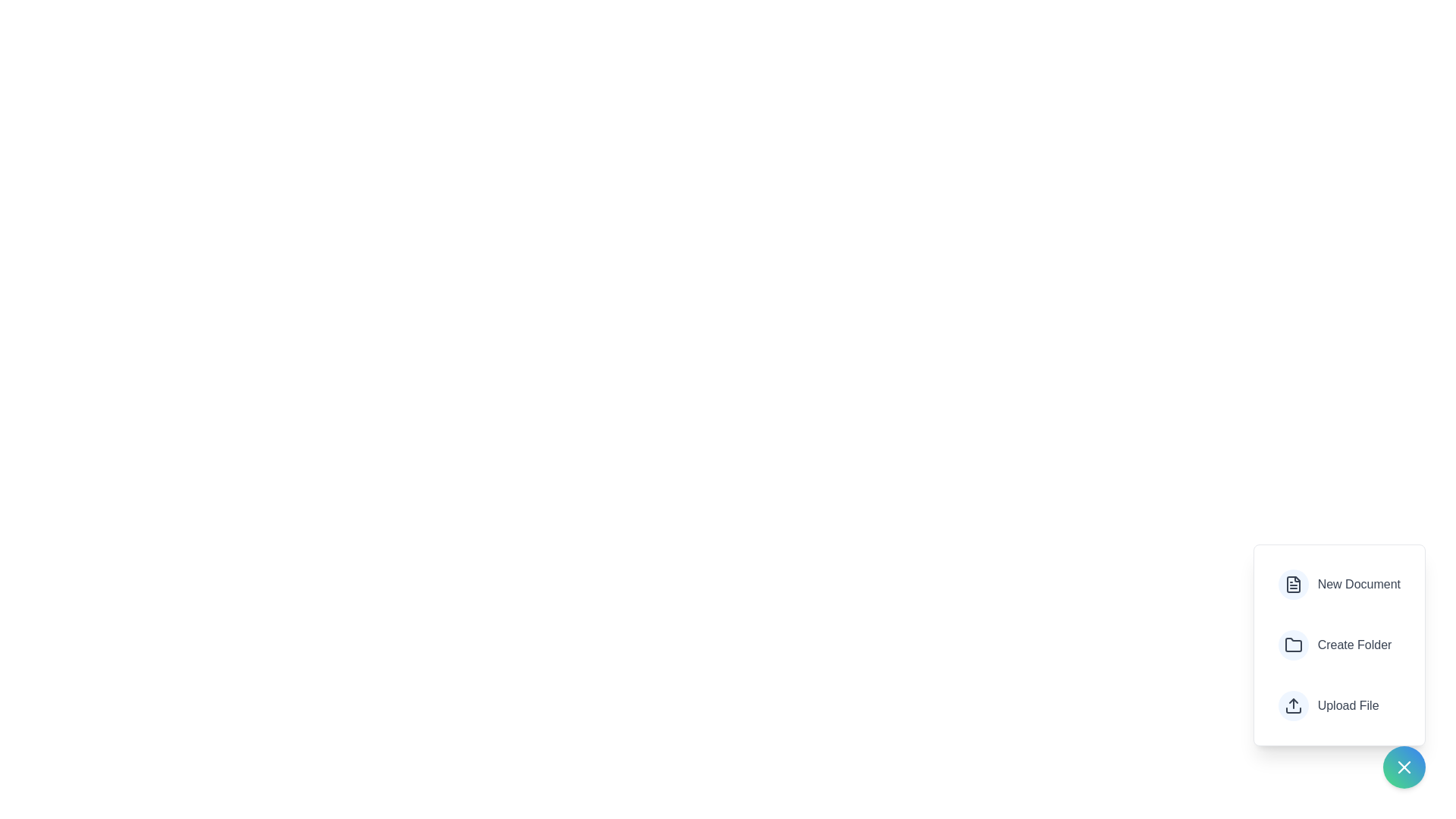 The height and width of the screenshot is (819, 1456). What do you see at coordinates (1335, 645) in the screenshot?
I see `the menu option Create Folder by clicking on it` at bounding box center [1335, 645].